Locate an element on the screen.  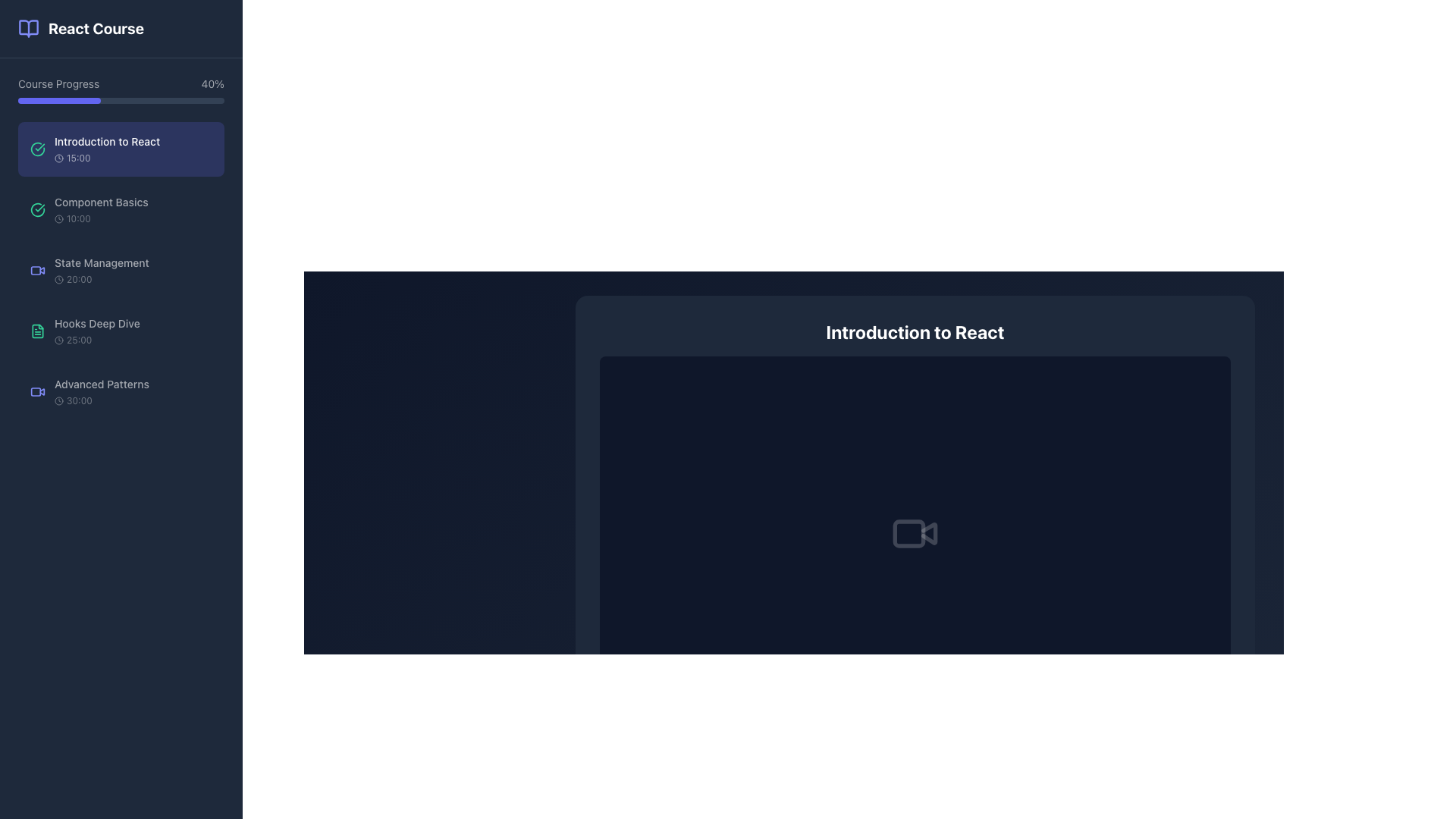
the clock icon located in the sidebar under 'Hooks Deep Dive', positioned to the left of the '25:00' text for potential interactions is located at coordinates (58, 339).